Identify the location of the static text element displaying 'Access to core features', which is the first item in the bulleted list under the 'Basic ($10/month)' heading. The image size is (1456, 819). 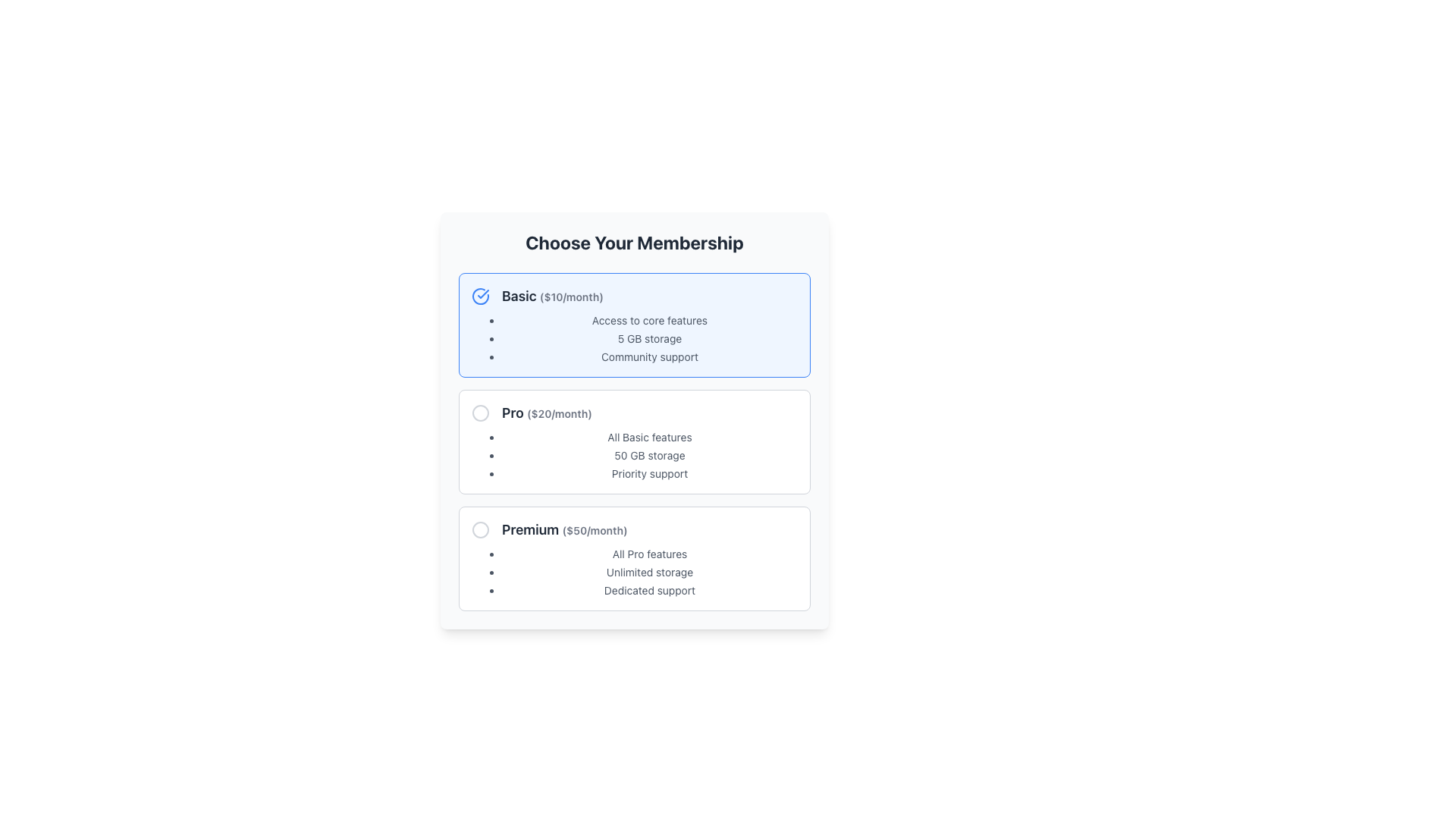
(650, 320).